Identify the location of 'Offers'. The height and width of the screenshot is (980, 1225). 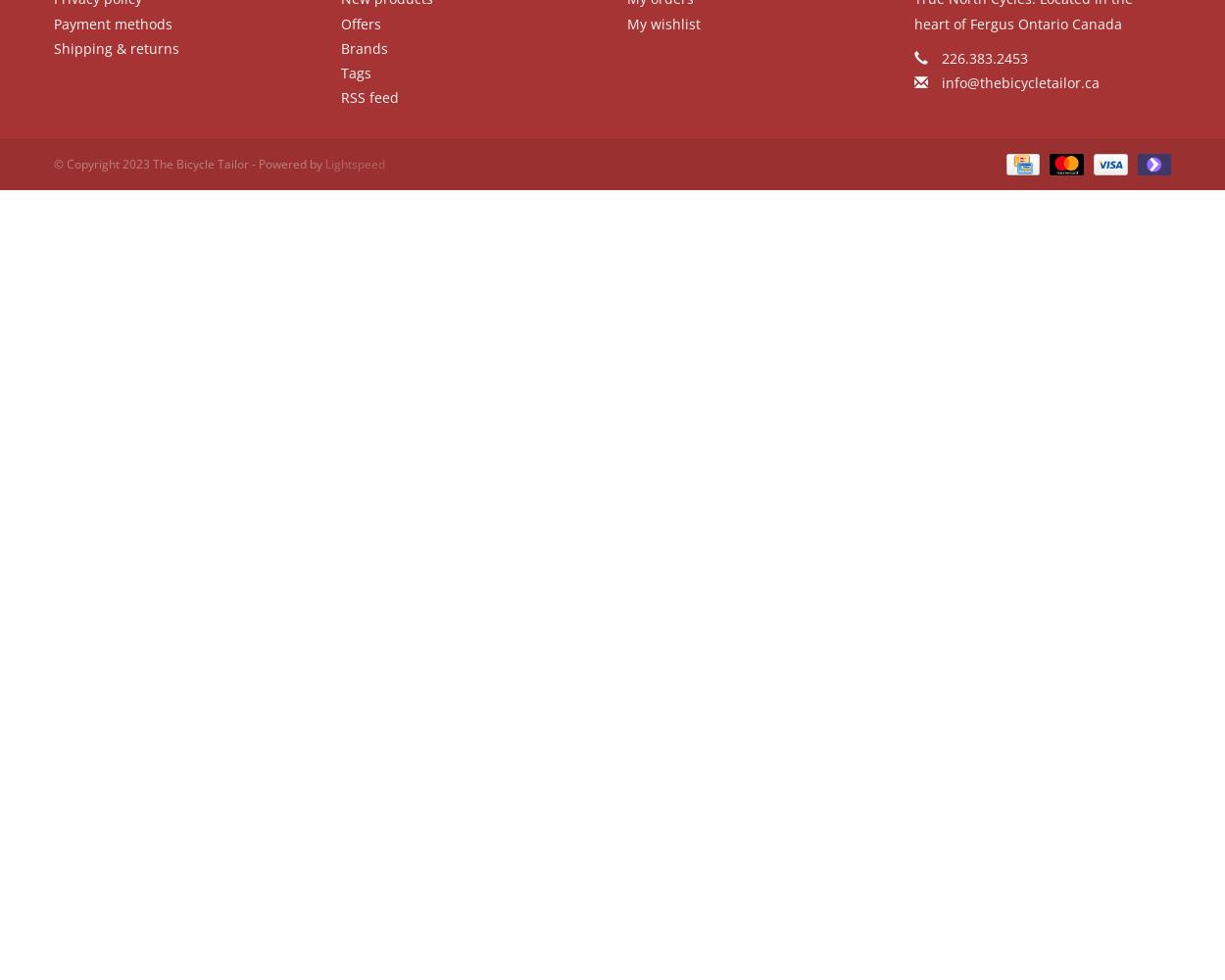
(359, 23).